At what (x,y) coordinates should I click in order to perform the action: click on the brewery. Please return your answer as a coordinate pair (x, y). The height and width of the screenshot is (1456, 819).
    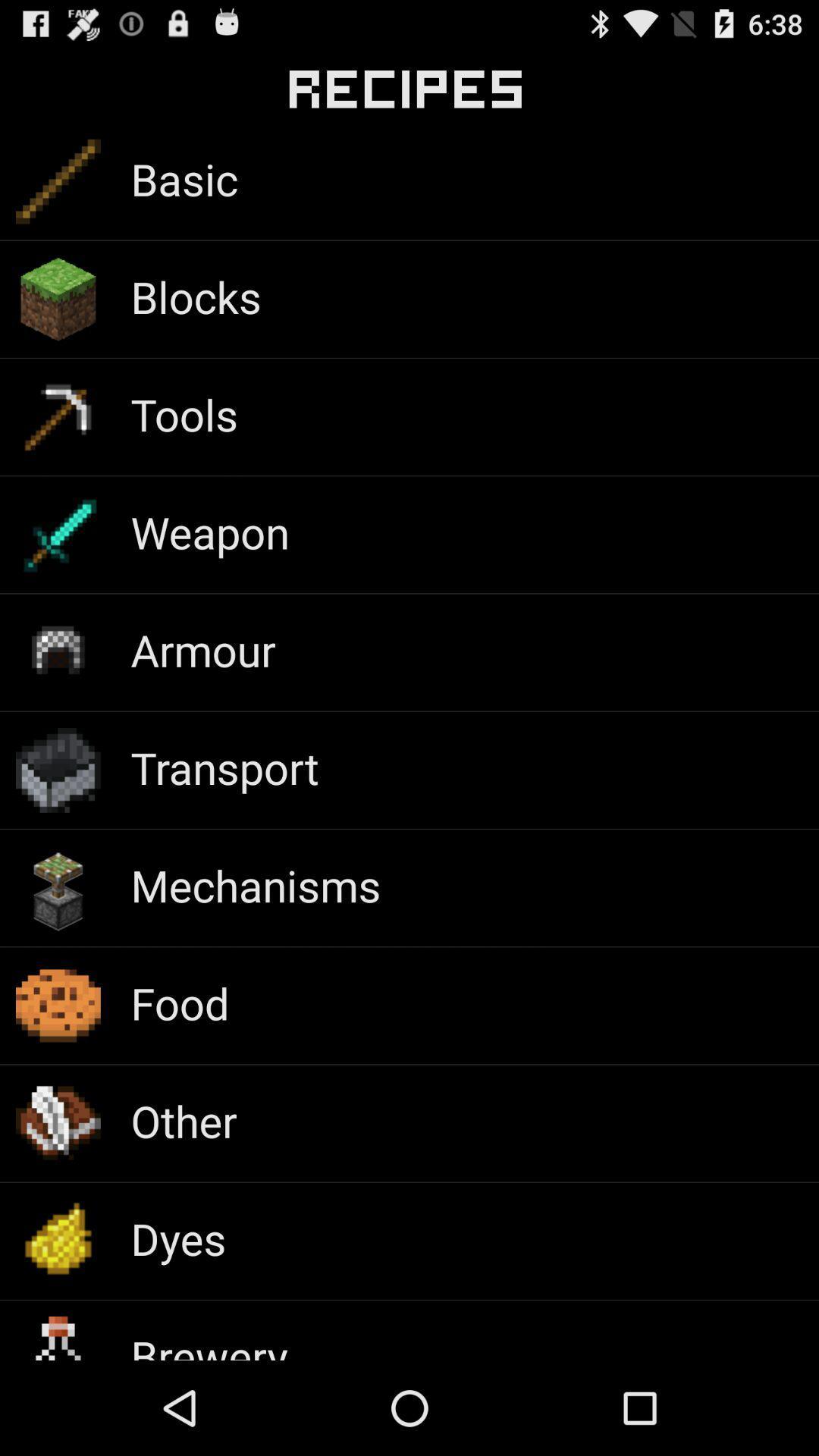
    Looking at the image, I should click on (209, 1343).